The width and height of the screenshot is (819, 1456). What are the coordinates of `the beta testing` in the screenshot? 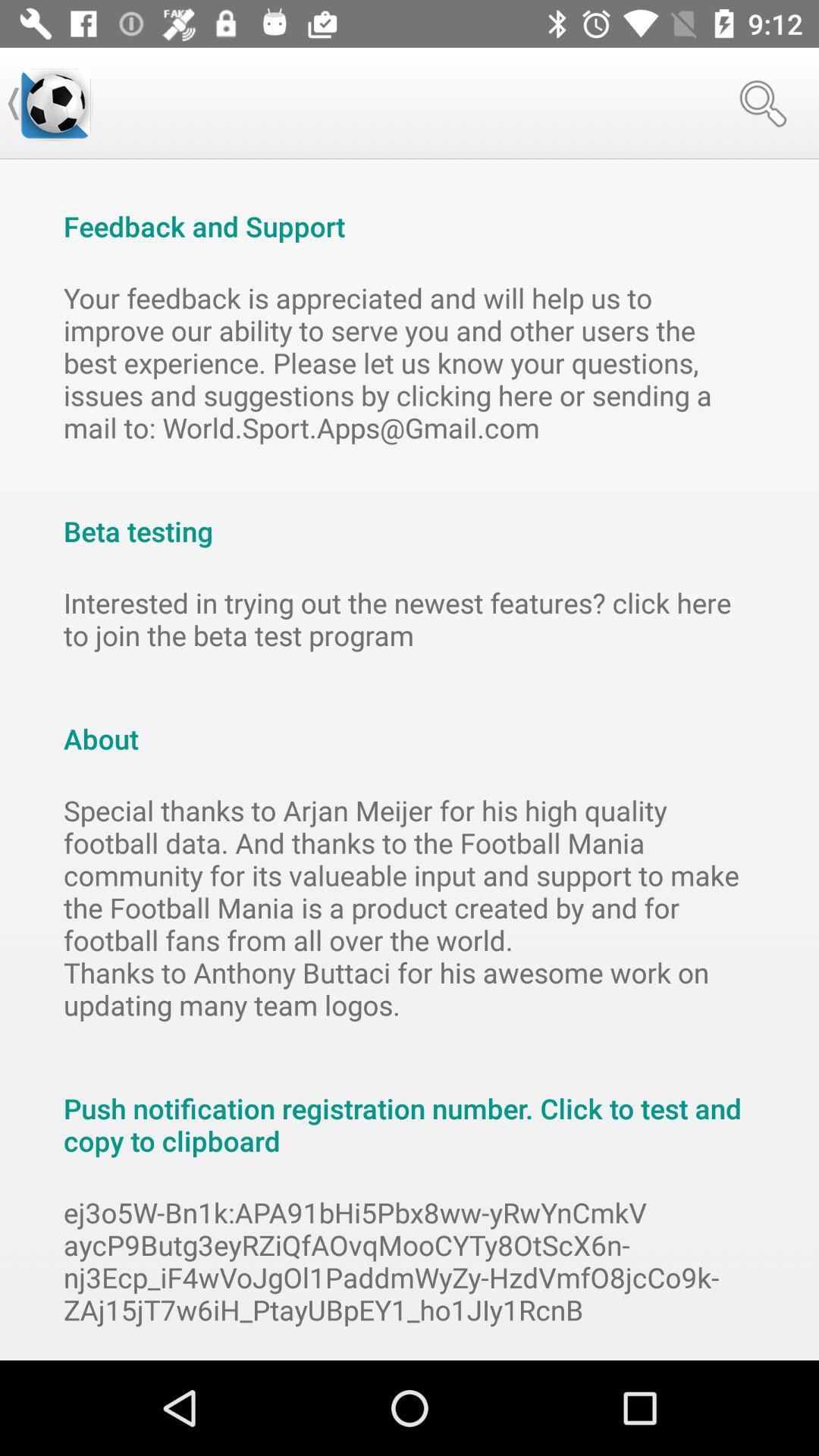 It's located at (409, 515).